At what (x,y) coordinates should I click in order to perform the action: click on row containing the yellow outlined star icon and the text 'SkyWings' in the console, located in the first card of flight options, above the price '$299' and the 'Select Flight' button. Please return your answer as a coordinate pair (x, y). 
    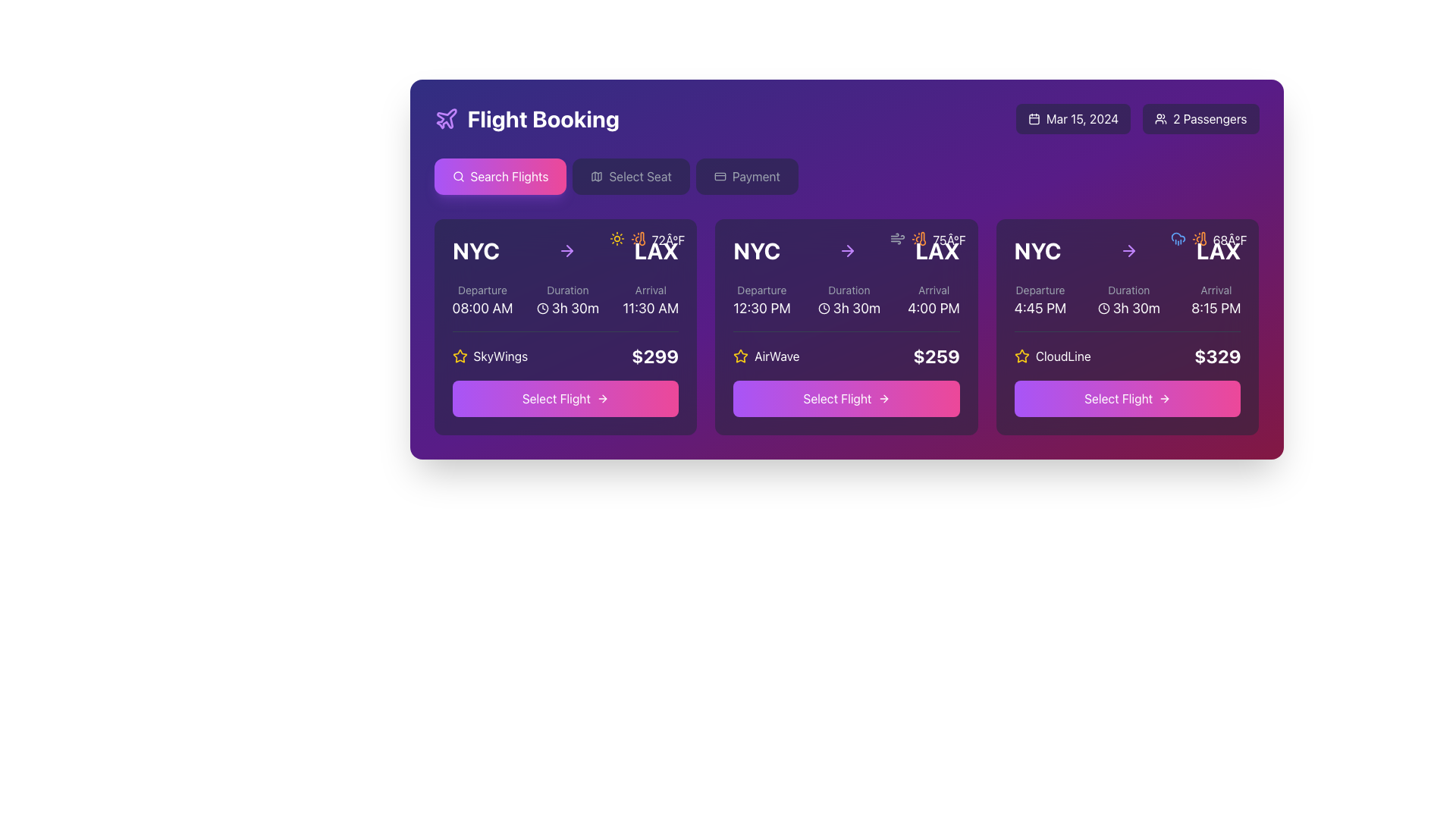
    Looking at the image, I should click on (490, 356).